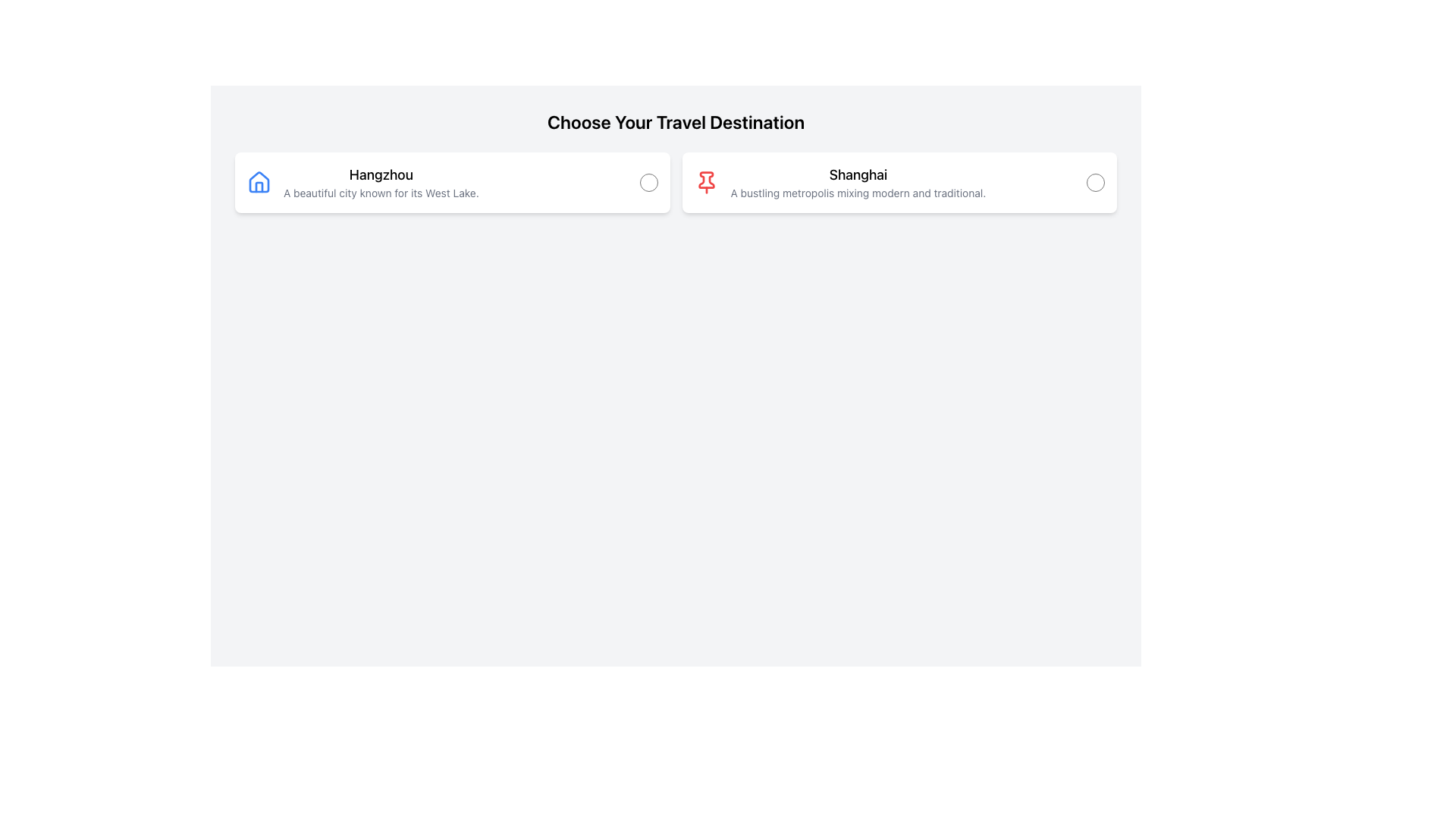 This screenshot has height=819, width=1456. Describe the element at coordinates (858, 192) in the screenshot. I see `plain text snippet displaying 'A bustling metropolis mixing modern and traditional.' located below the bold title 'Shanghai' in the right-hand selection box` at that location.